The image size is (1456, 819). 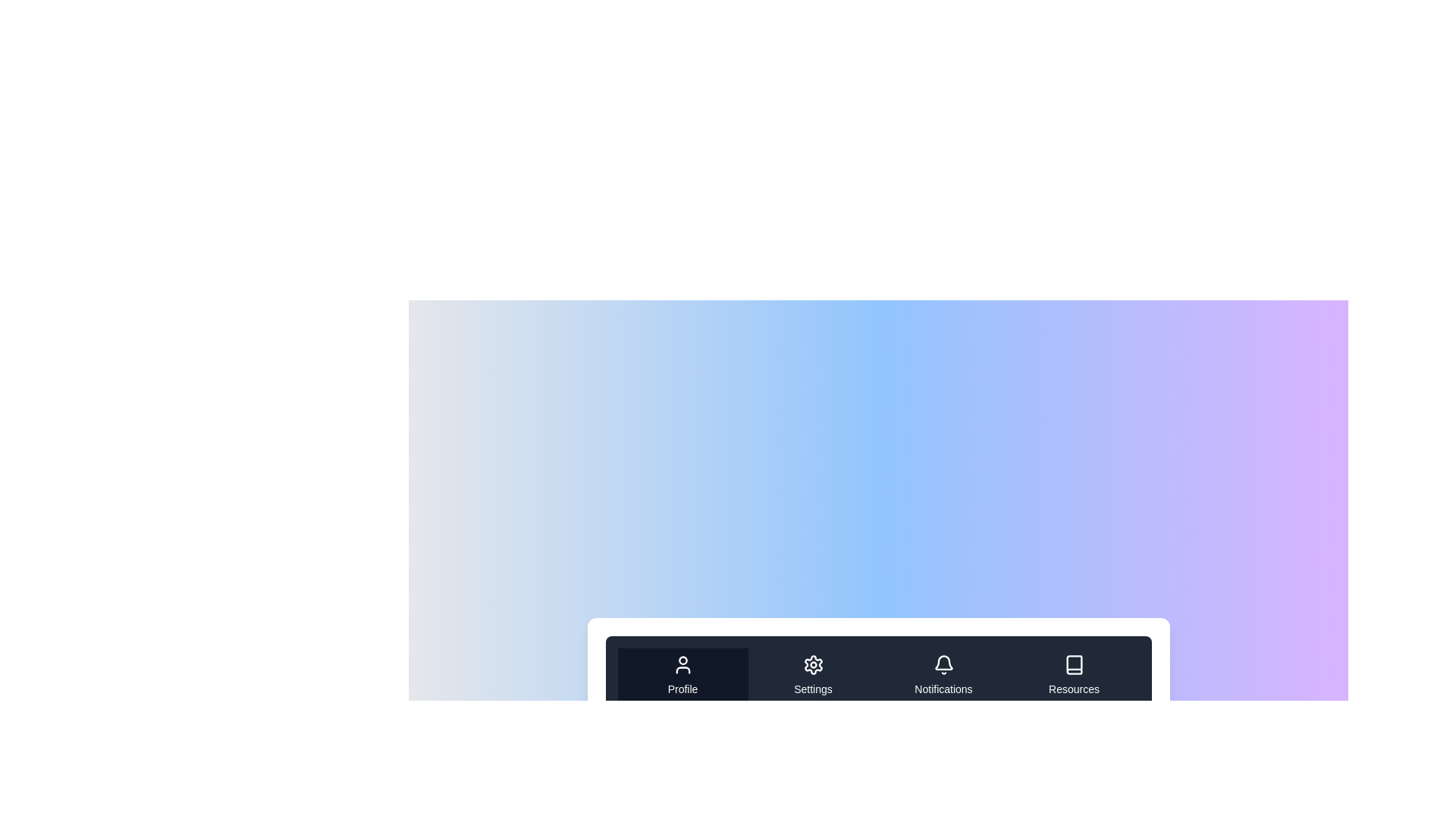 What do you see at coordinates (682, 675) in the screenshot?
I see `the tab labeled Profile to highlight it` at bounding box center [682, 675].